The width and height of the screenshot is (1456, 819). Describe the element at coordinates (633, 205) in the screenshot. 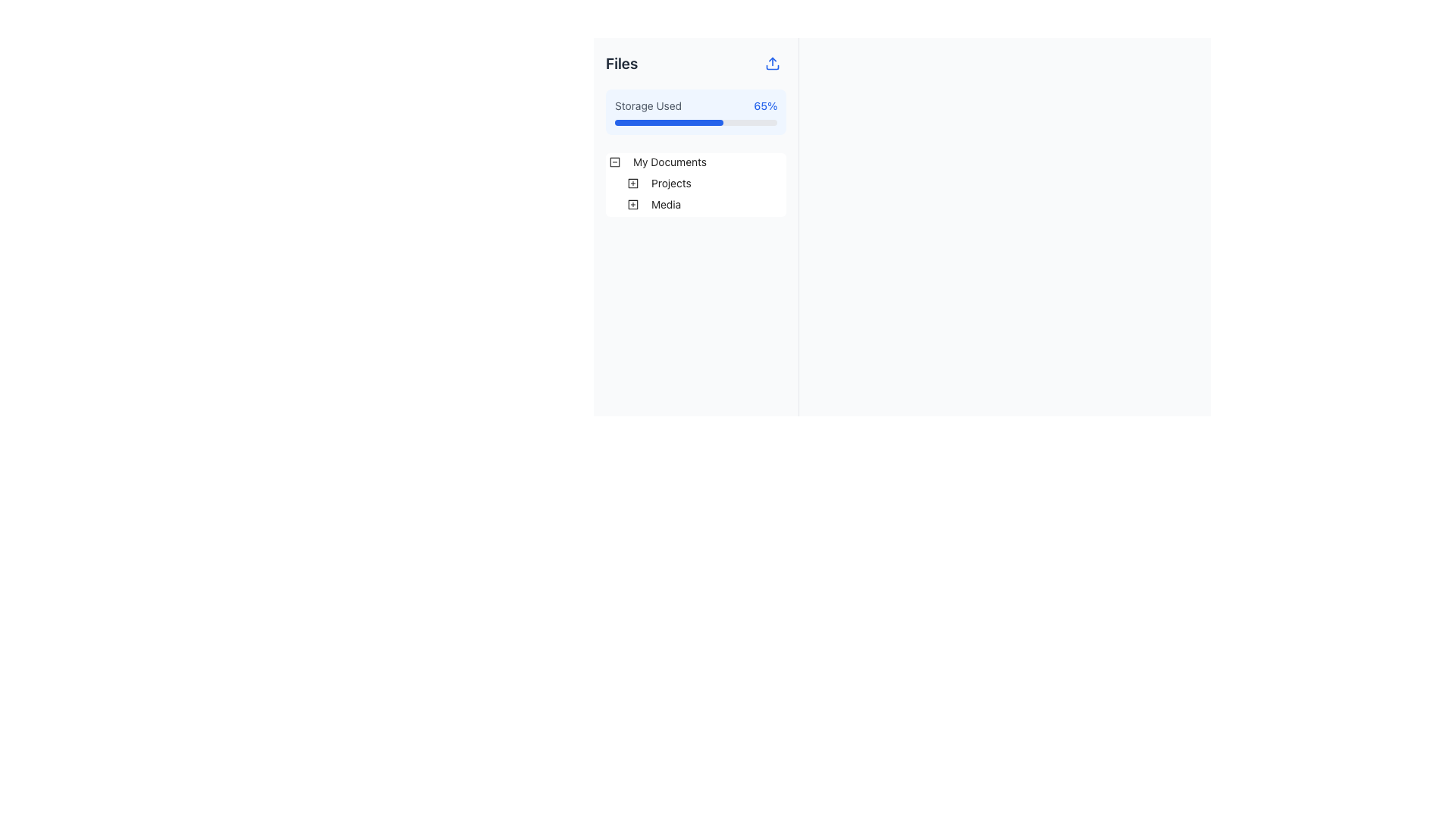

I see `the square button with a plus symbol located next to the 'Media' folder label under the 'My Documents' section` at that location.